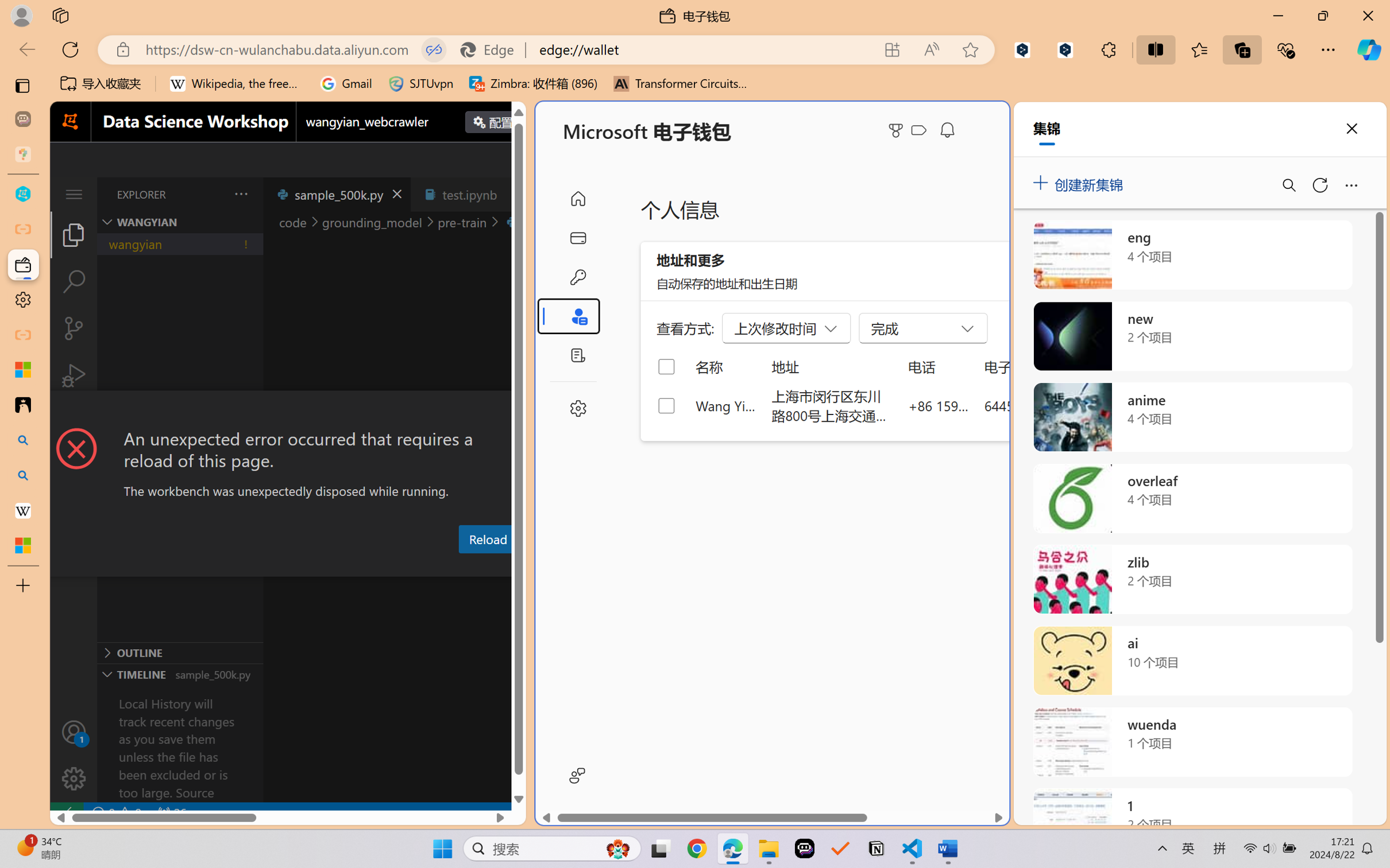 Image resolution: width=1390 pixels, height=868 pixels. I want to click on 'sample_500k.py', so click(336, 193).